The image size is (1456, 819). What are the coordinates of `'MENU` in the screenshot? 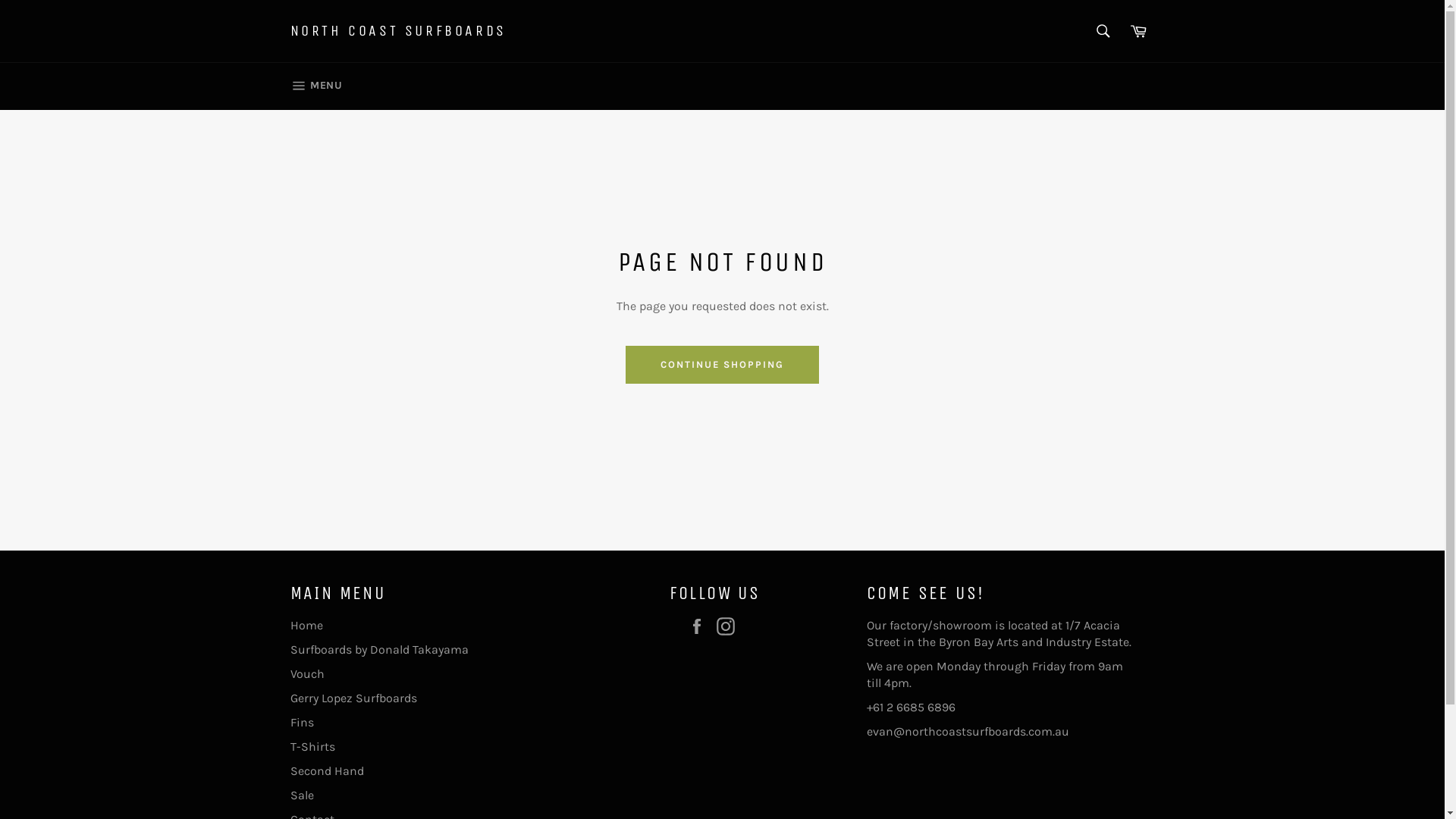 It's located at (315, 86).